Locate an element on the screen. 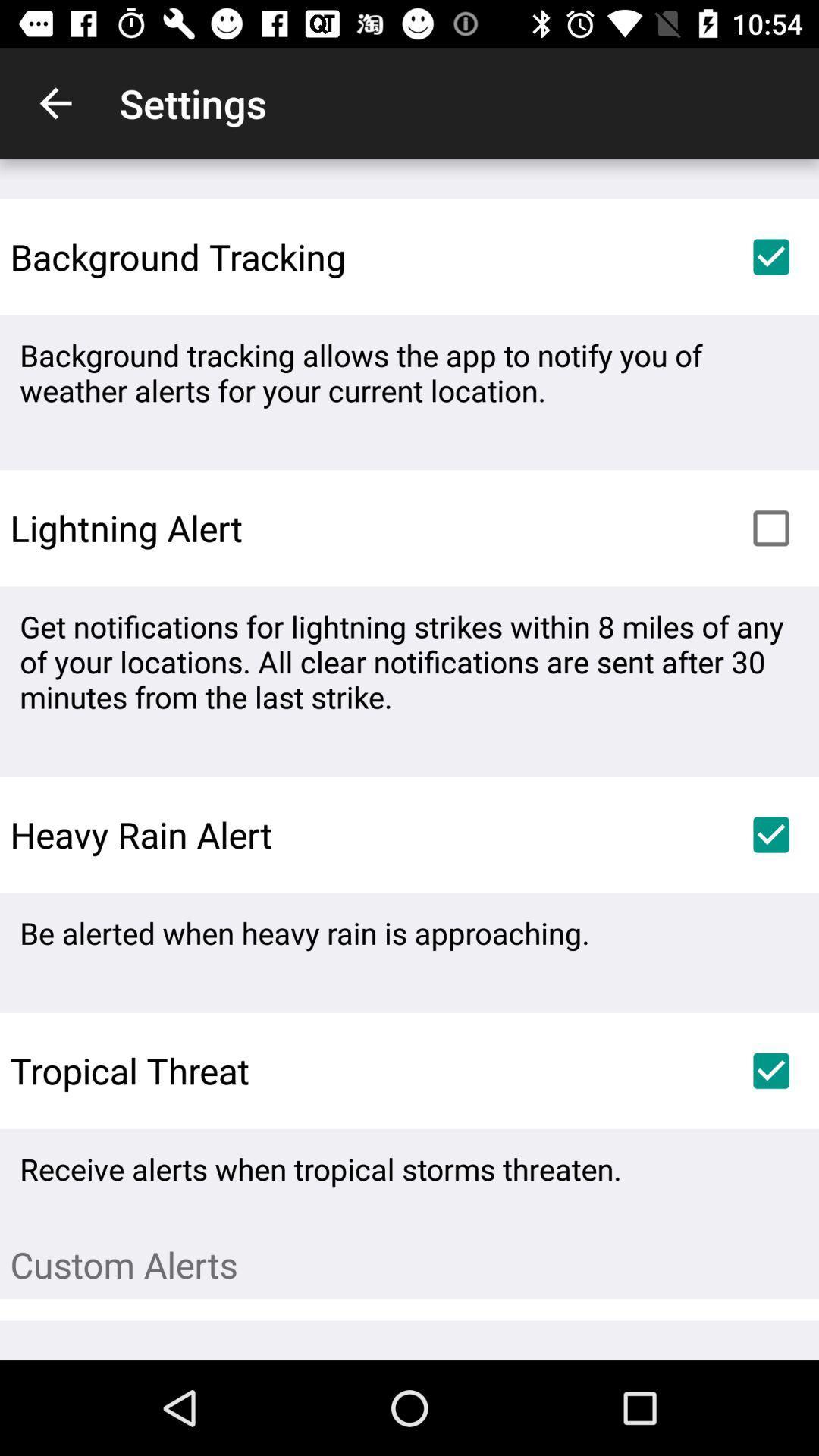 The height and width of the screenshot is (1456, 819). its a checkbox is located at coordinates (771, 833).